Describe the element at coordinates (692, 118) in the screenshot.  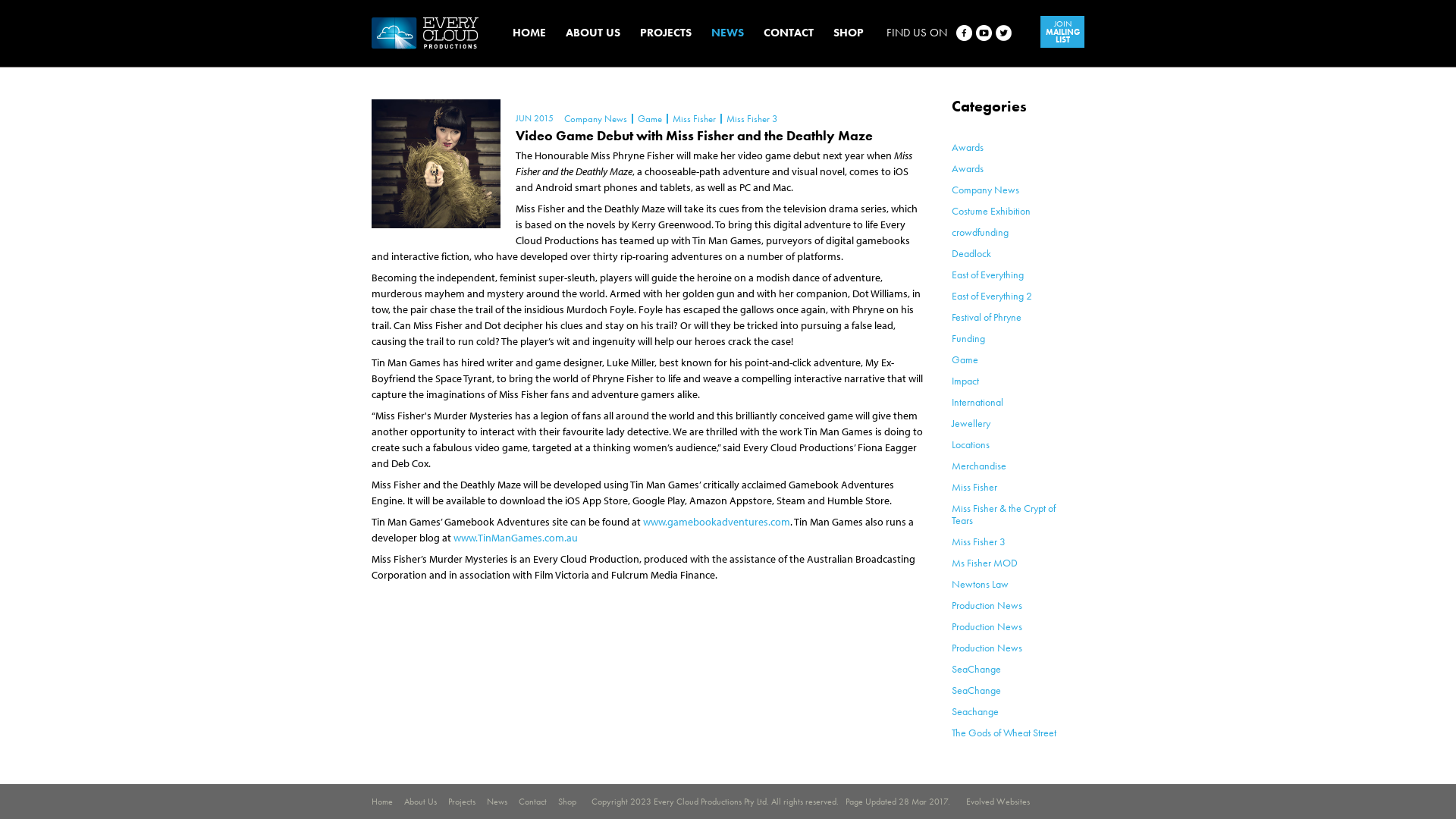
I see `'Miss Fisher'` at that location.